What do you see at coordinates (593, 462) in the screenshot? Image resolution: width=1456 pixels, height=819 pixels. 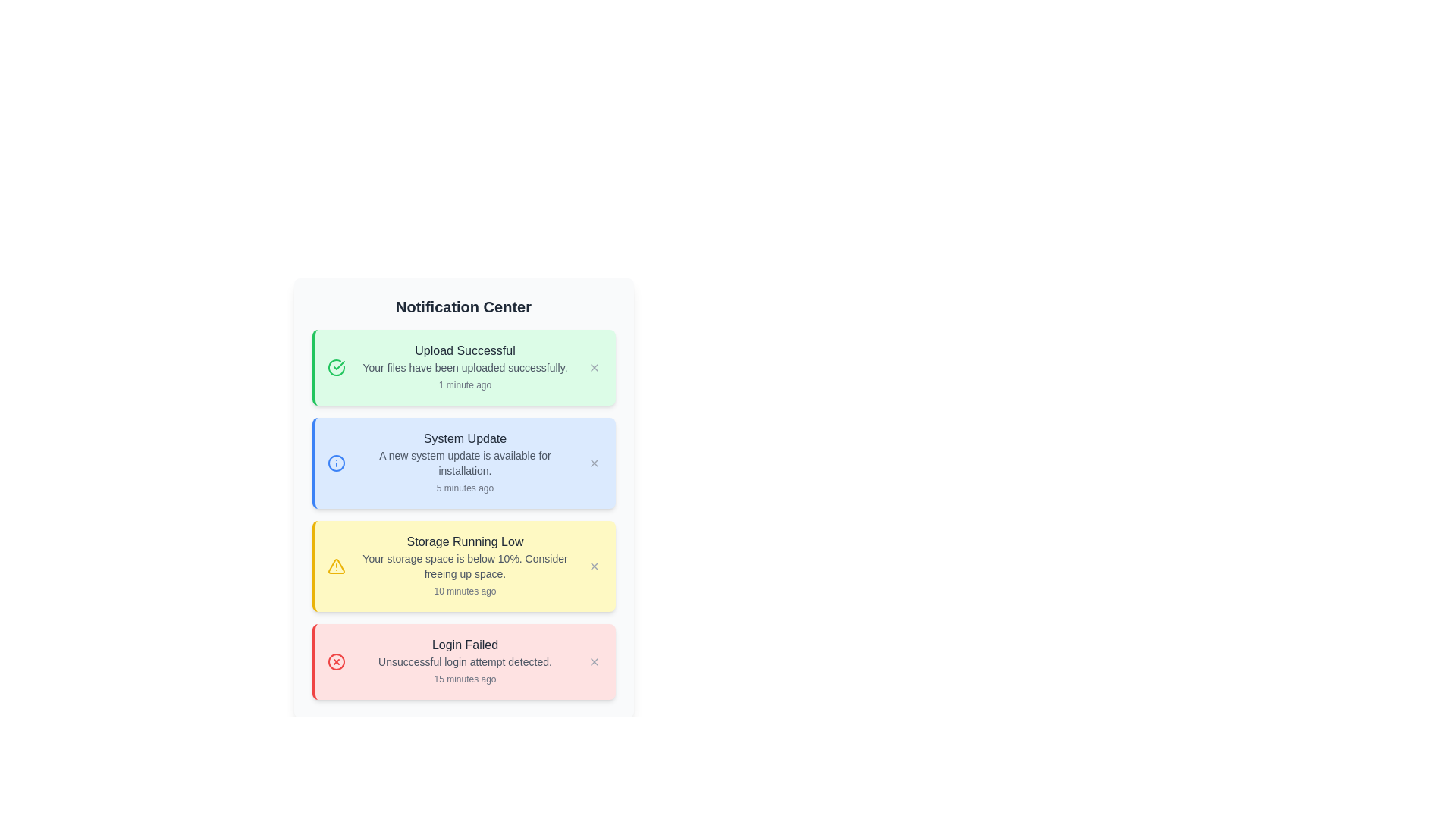 I see `the close button for the notification titled 'System Update' located at the top-right corner` at bounding box center [593, 462].